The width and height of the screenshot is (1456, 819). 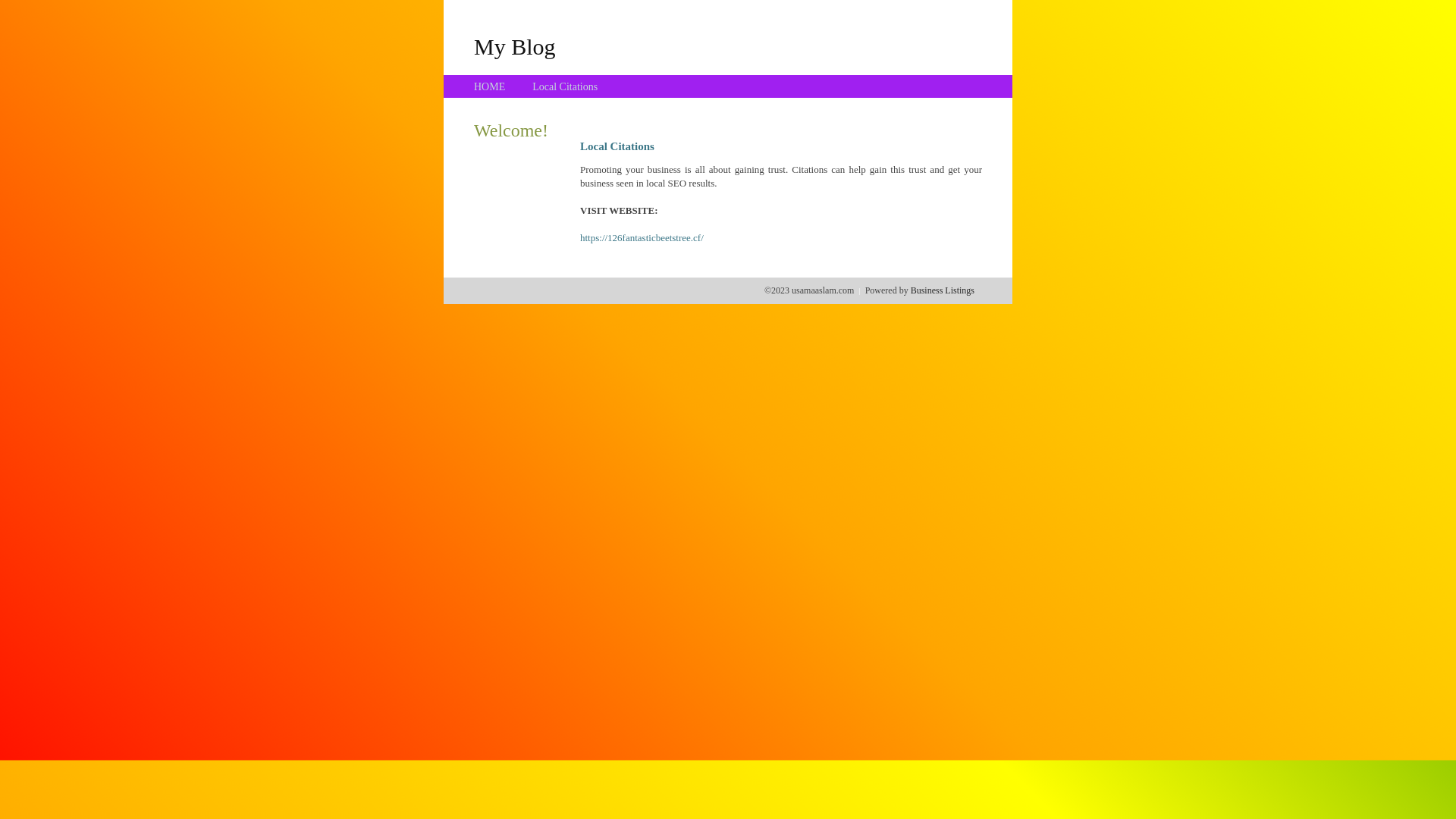 I want to click on 'https://126fantasticbeetstree.cf/', so click(x=579, y=237).